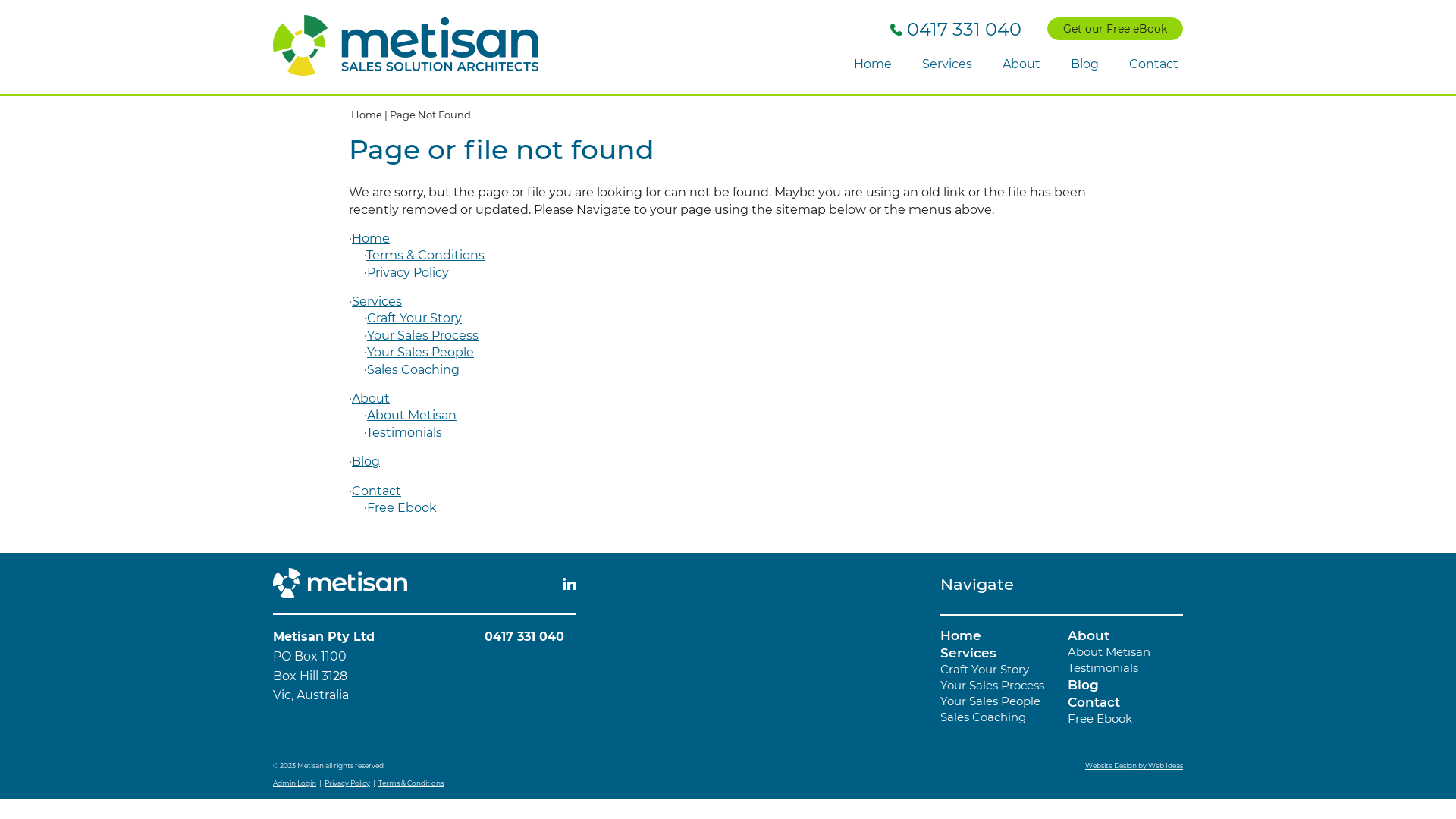 This screenshot has height=819, width=1456. What do you see at coordinates (955, 29) in the screenshot?
I see `'0417 331 040'` at bounding box center [955, 29].